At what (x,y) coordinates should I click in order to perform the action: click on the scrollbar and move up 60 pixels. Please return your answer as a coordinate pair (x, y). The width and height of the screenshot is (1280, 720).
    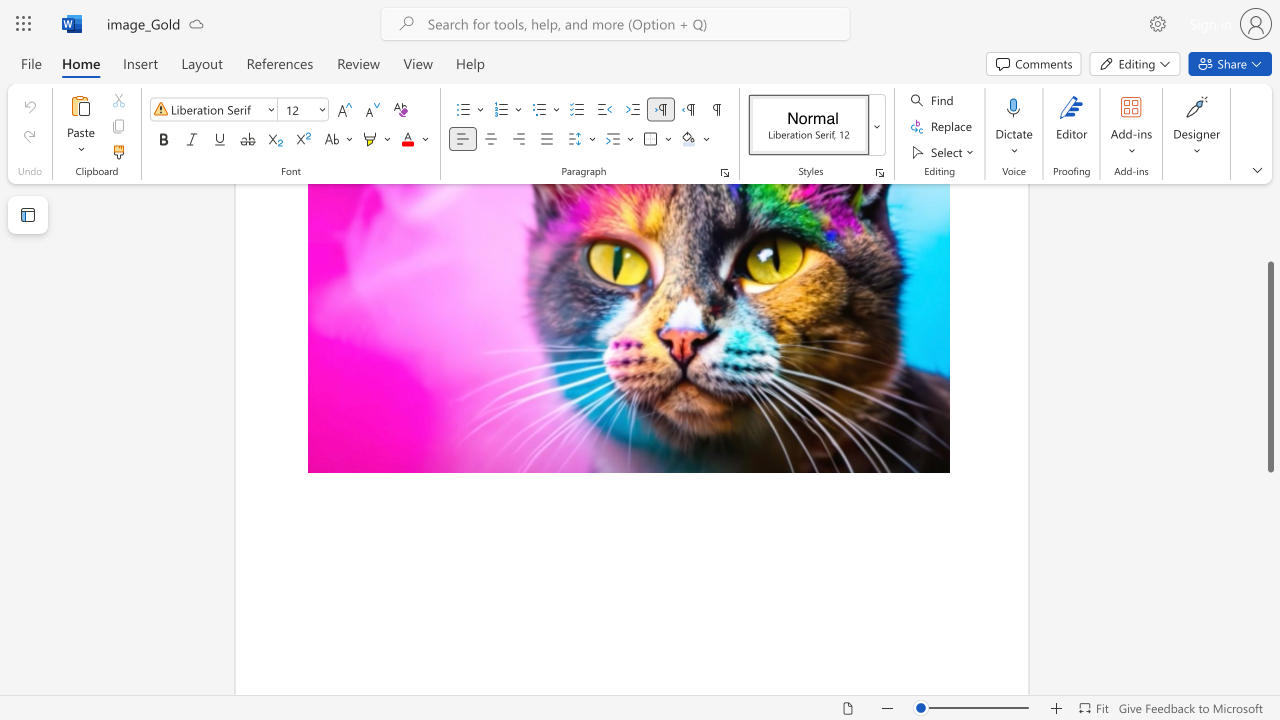
    Looking at the image, I should click on (1269, 381).